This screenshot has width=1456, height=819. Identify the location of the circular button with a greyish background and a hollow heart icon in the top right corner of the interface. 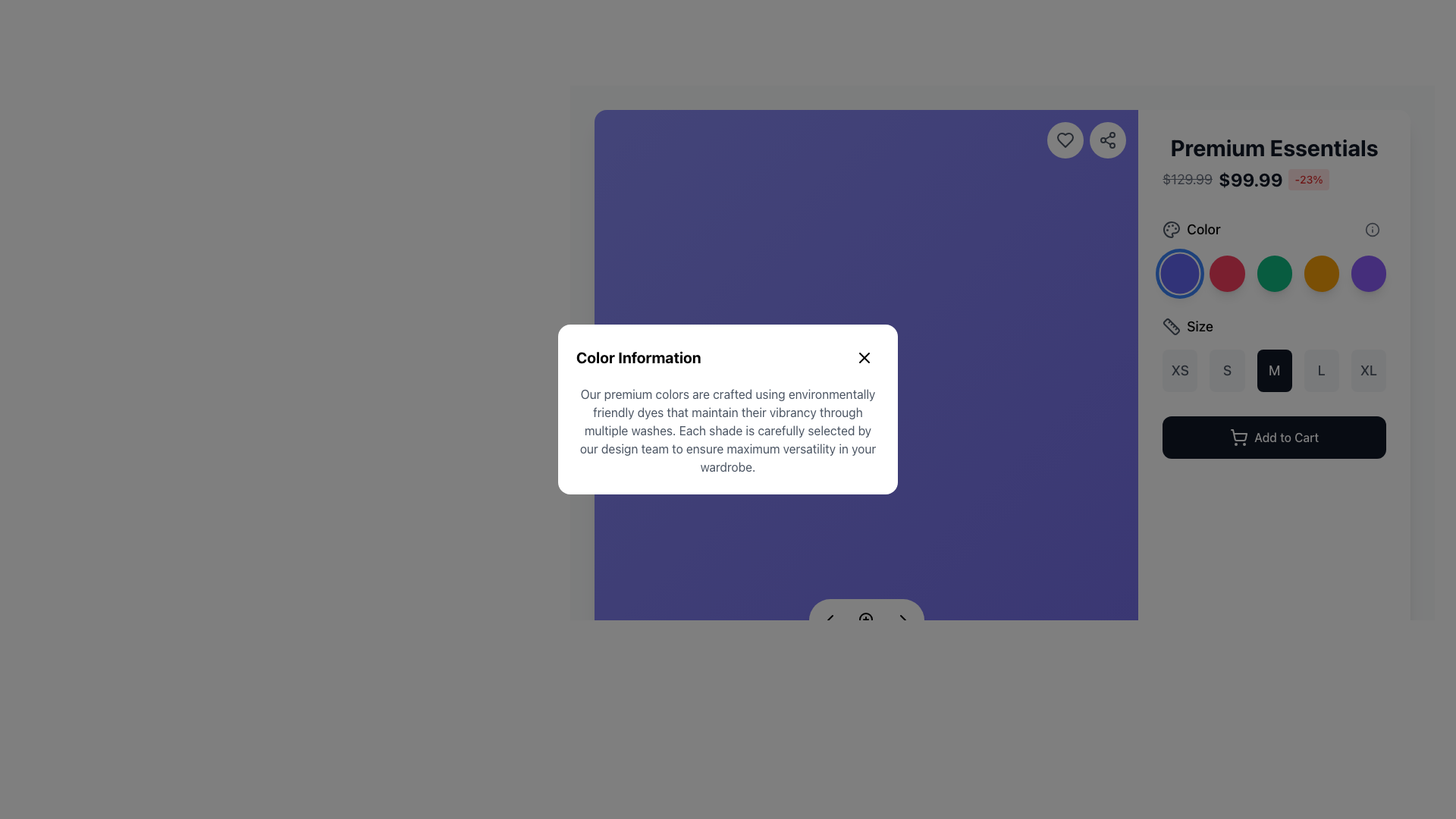
(1065, 140).